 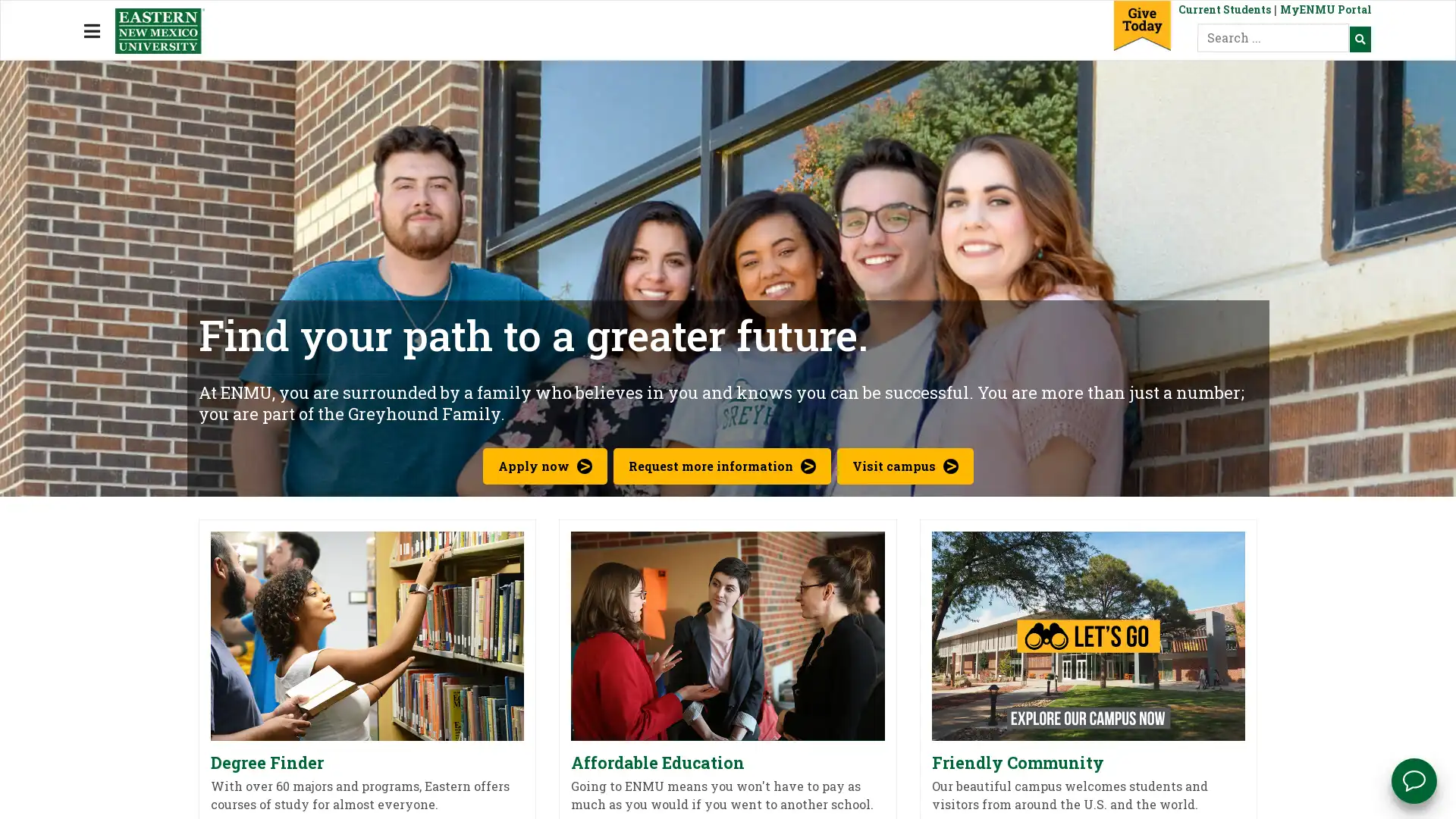 I want to click on Go, so click(x=1360, y=37).